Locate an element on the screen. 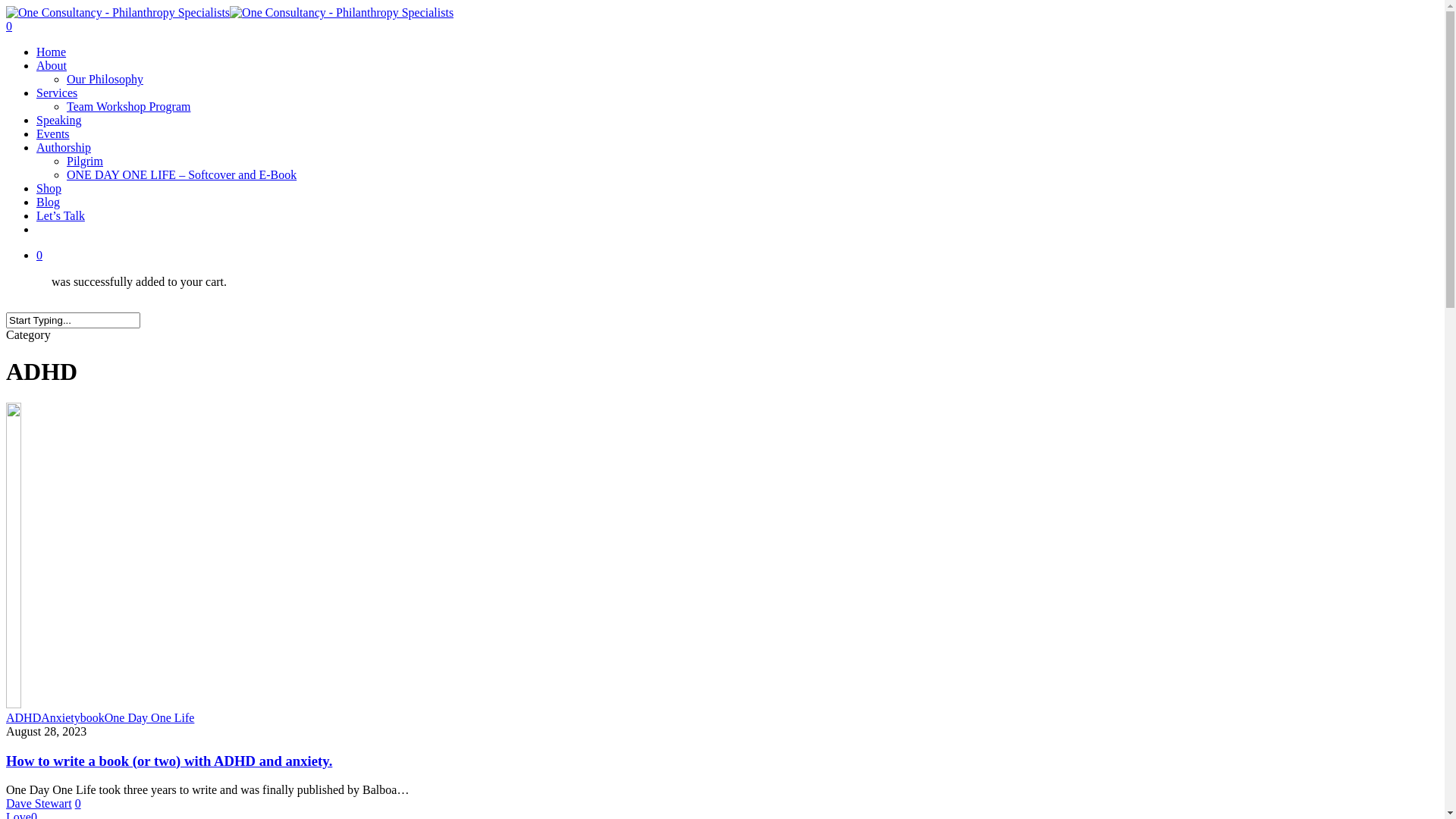 This screenshot has height=819, width=1456. 'Blog' is located at coordinates (48, 201).